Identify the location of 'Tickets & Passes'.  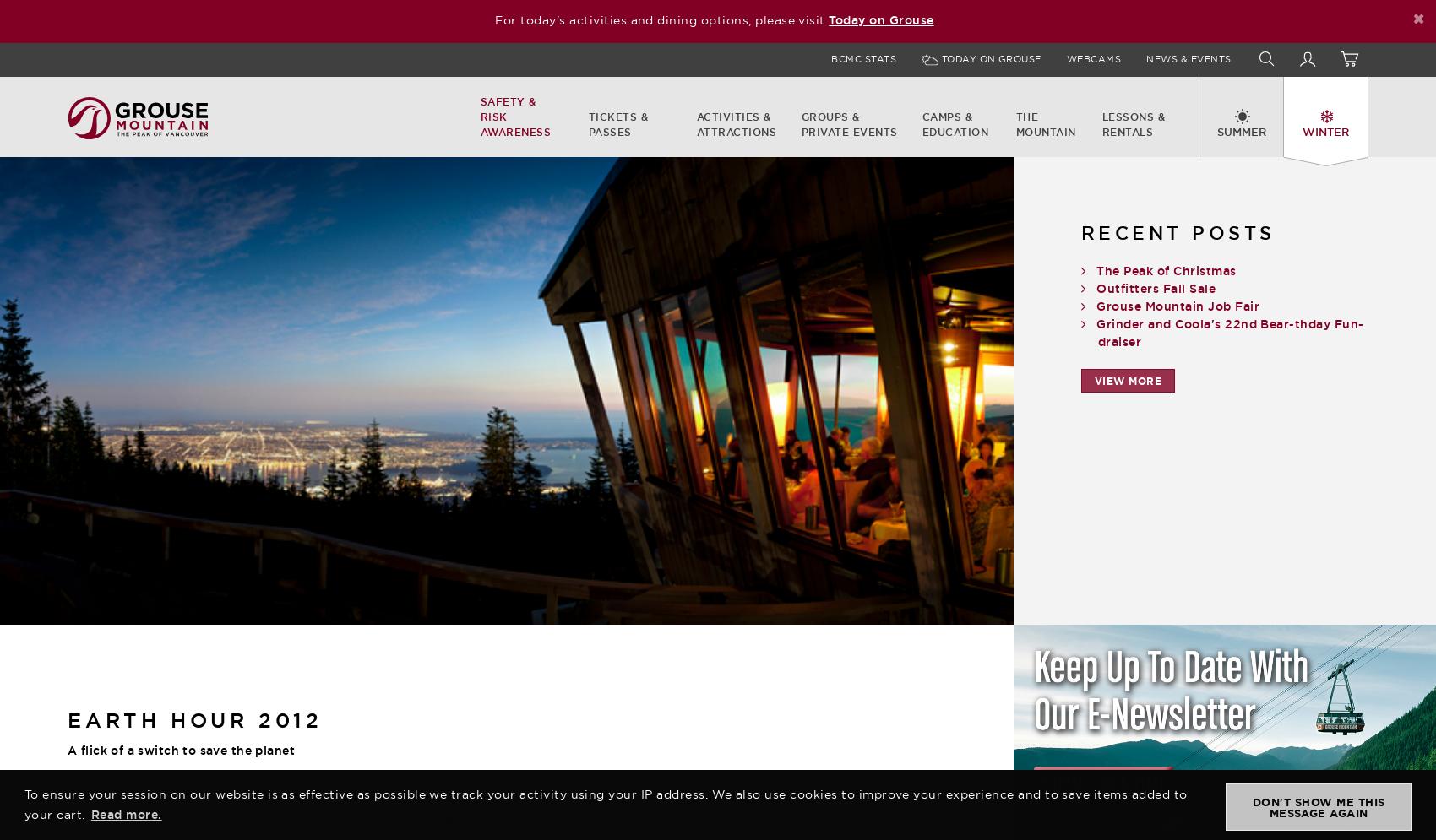
(618, 123).